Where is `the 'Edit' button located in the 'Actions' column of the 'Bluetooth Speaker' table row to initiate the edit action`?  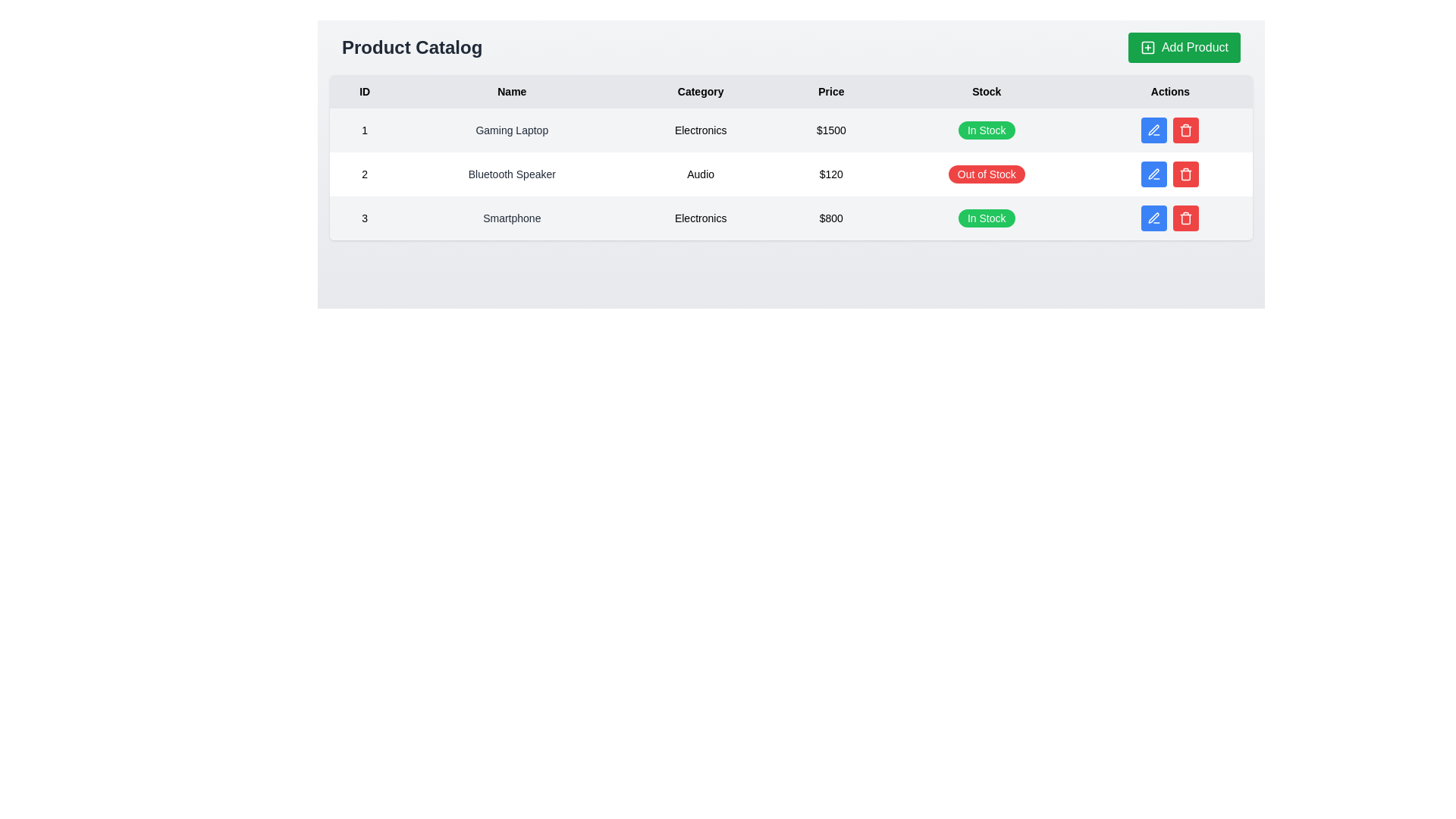
the 'Edit' button located in the 'Actions' column of the 'Bluetooth Speaker' table row to initiate the edit action is located at coordinates (1169, 174).